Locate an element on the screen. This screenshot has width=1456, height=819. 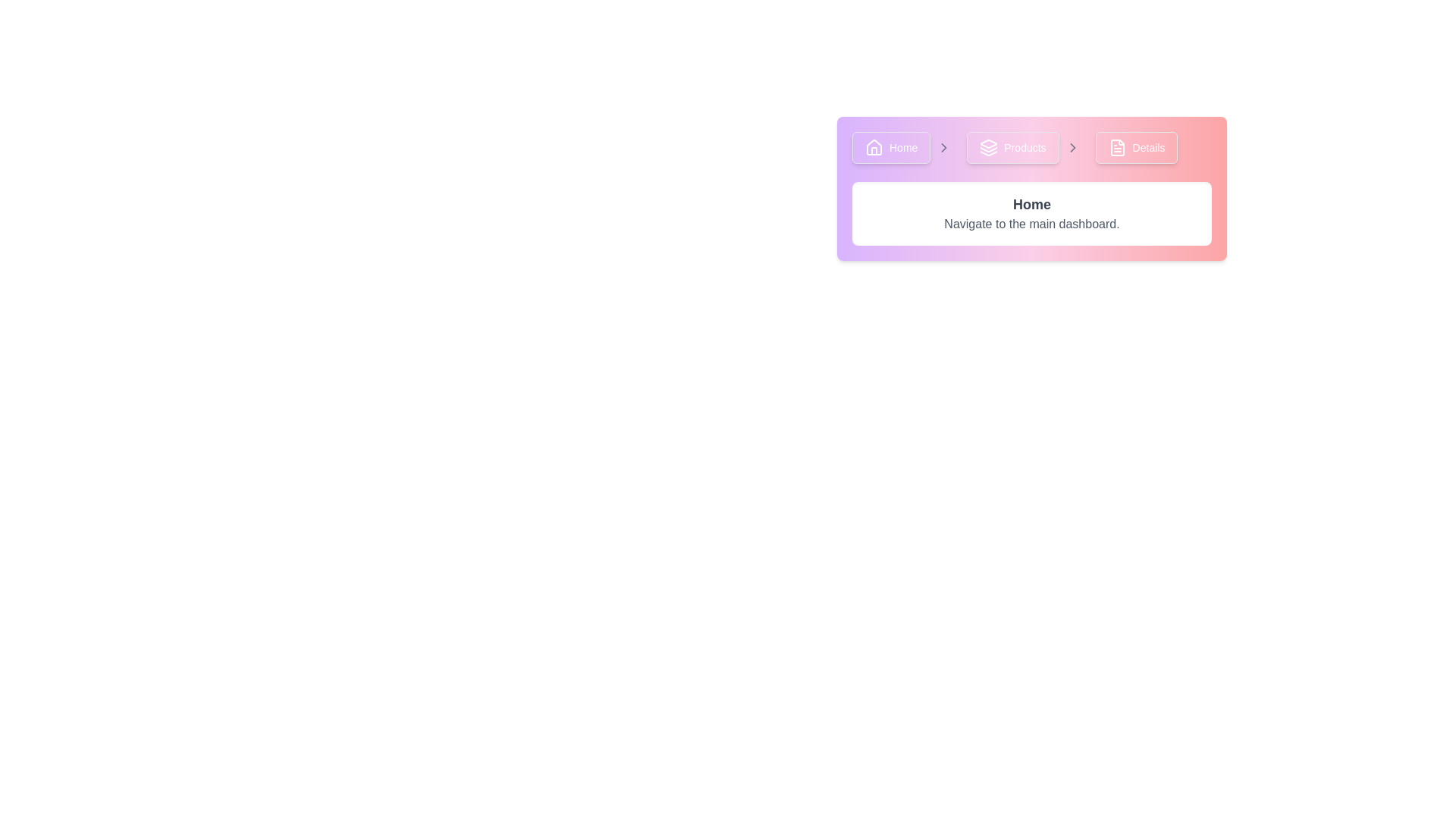
the house-like icon in the breadcrumb navigation bar, which is the first icon preceding the text 'Home' is located at coordinates (874, 146).